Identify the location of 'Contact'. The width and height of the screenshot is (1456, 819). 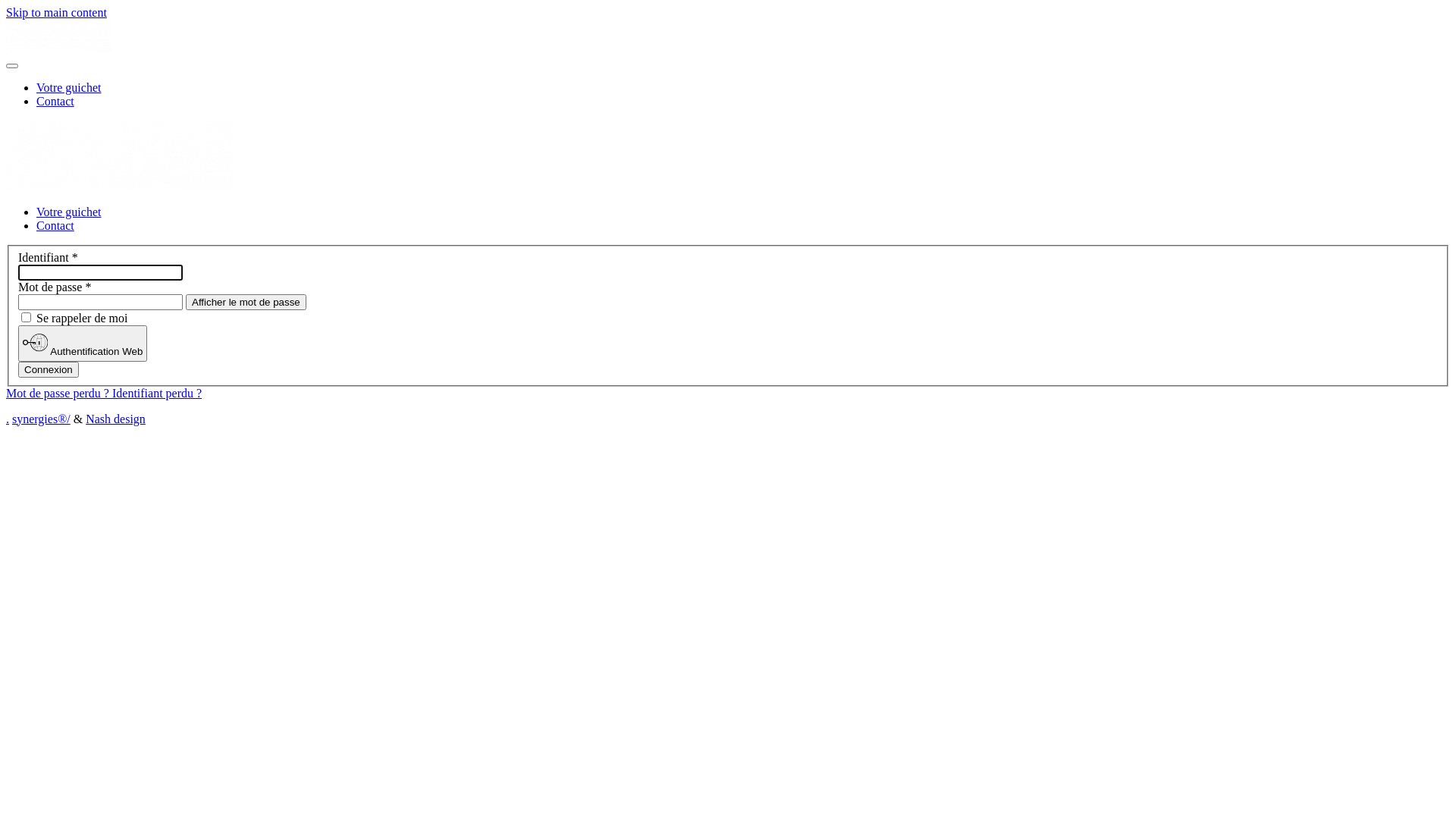
(36, 101).